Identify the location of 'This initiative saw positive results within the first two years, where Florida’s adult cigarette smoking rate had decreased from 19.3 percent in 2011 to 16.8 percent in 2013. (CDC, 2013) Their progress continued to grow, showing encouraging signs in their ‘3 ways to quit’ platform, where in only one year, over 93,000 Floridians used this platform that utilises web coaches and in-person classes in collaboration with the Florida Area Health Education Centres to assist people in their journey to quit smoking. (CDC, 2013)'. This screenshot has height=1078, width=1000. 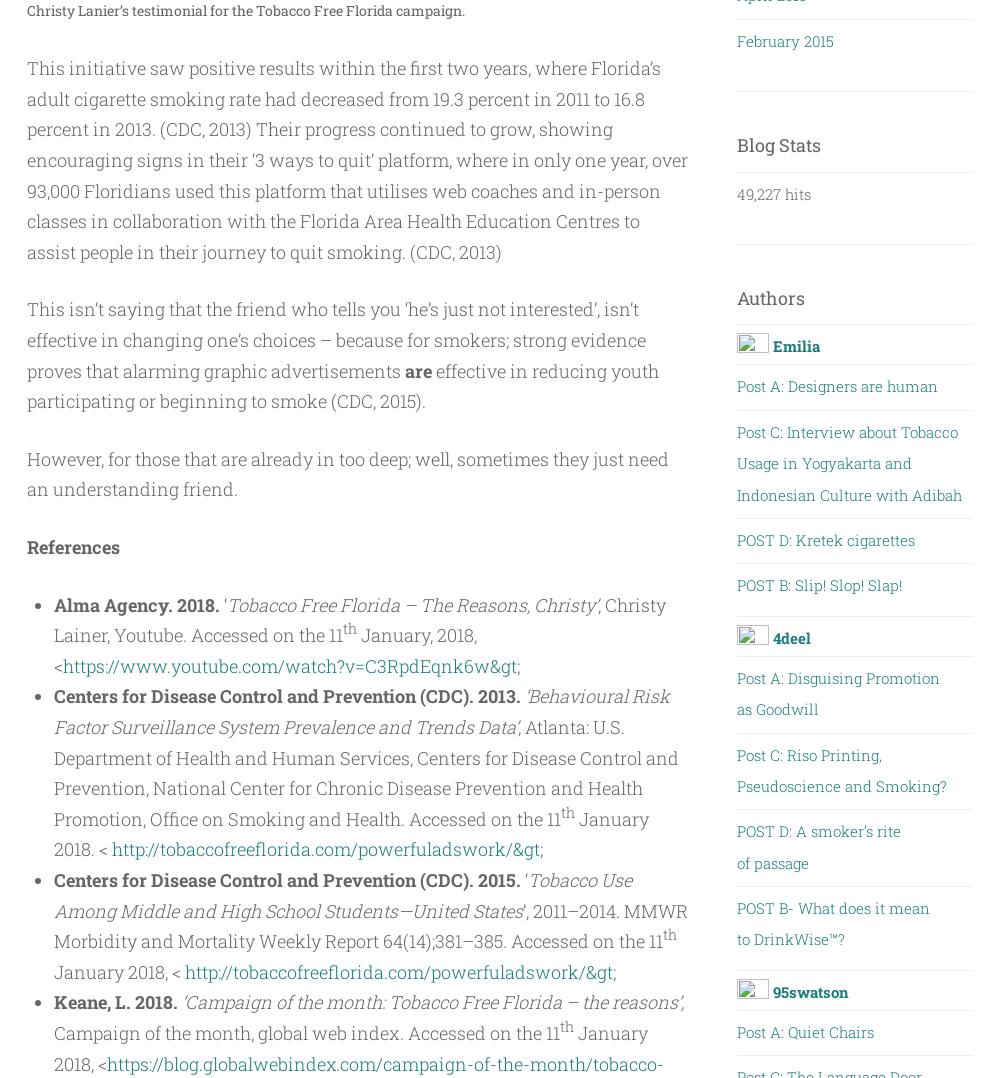
(356, 158).